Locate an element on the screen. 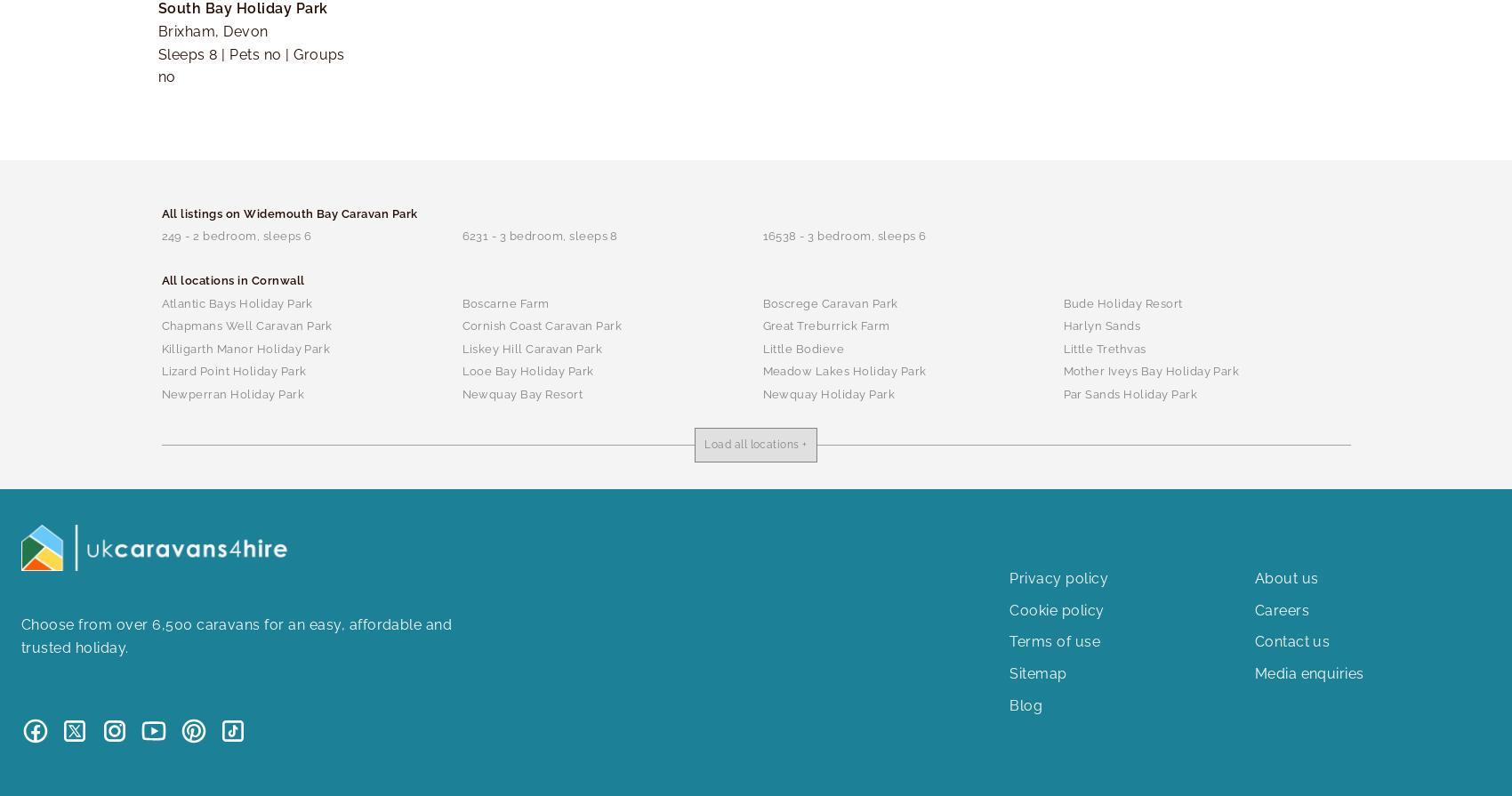 Image resolution: width=1512 pixels, height=796 pixels. 'Media enquiries' is located at coordinates (1252, 671).